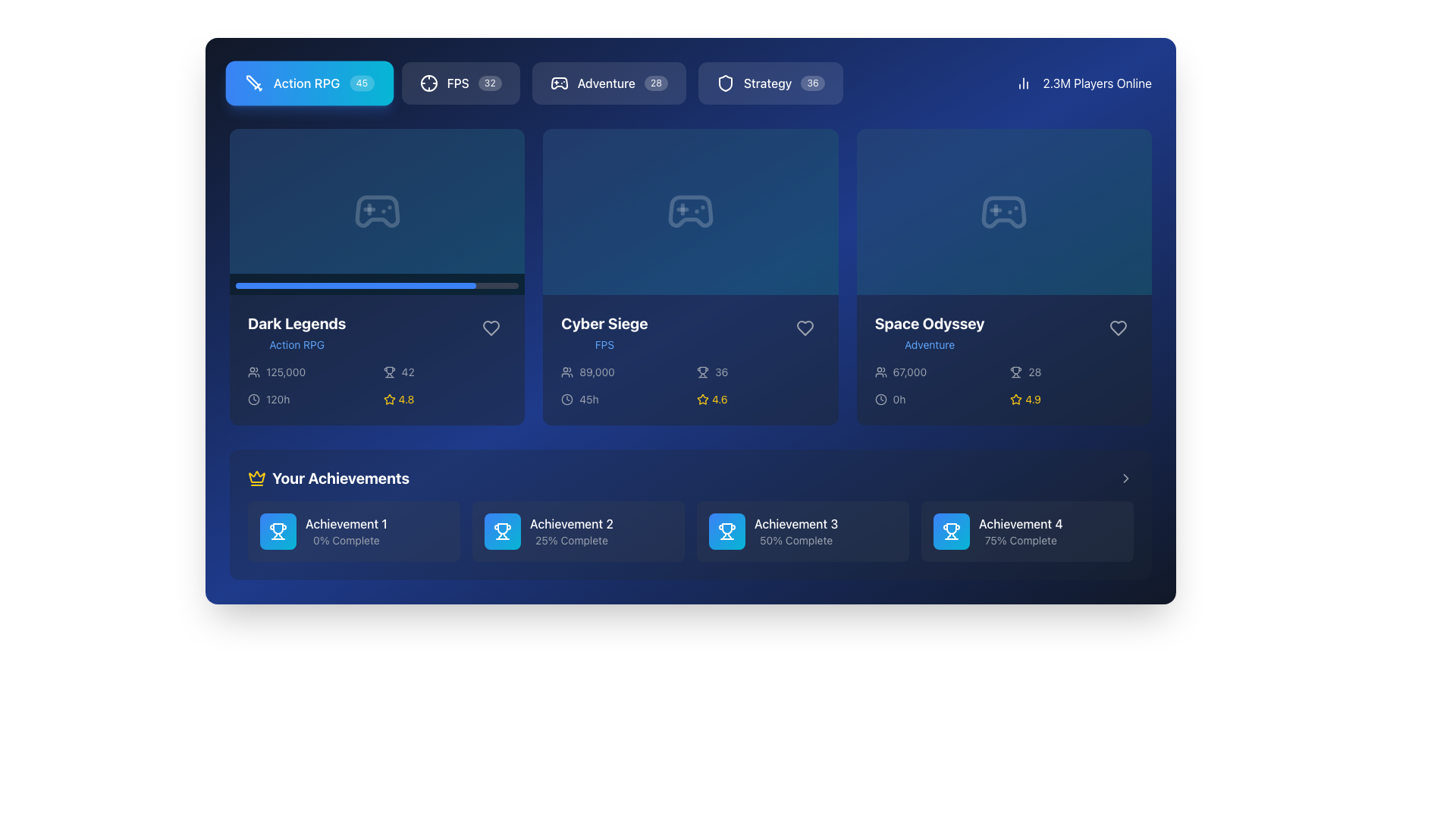 This screenshot has height=819, width=1456. I want to click on the 'Achievement 4' informational display element, which shows '75% Complete' below it, located in the 'Your Achievements' section to the far right, so click(1027, 531).